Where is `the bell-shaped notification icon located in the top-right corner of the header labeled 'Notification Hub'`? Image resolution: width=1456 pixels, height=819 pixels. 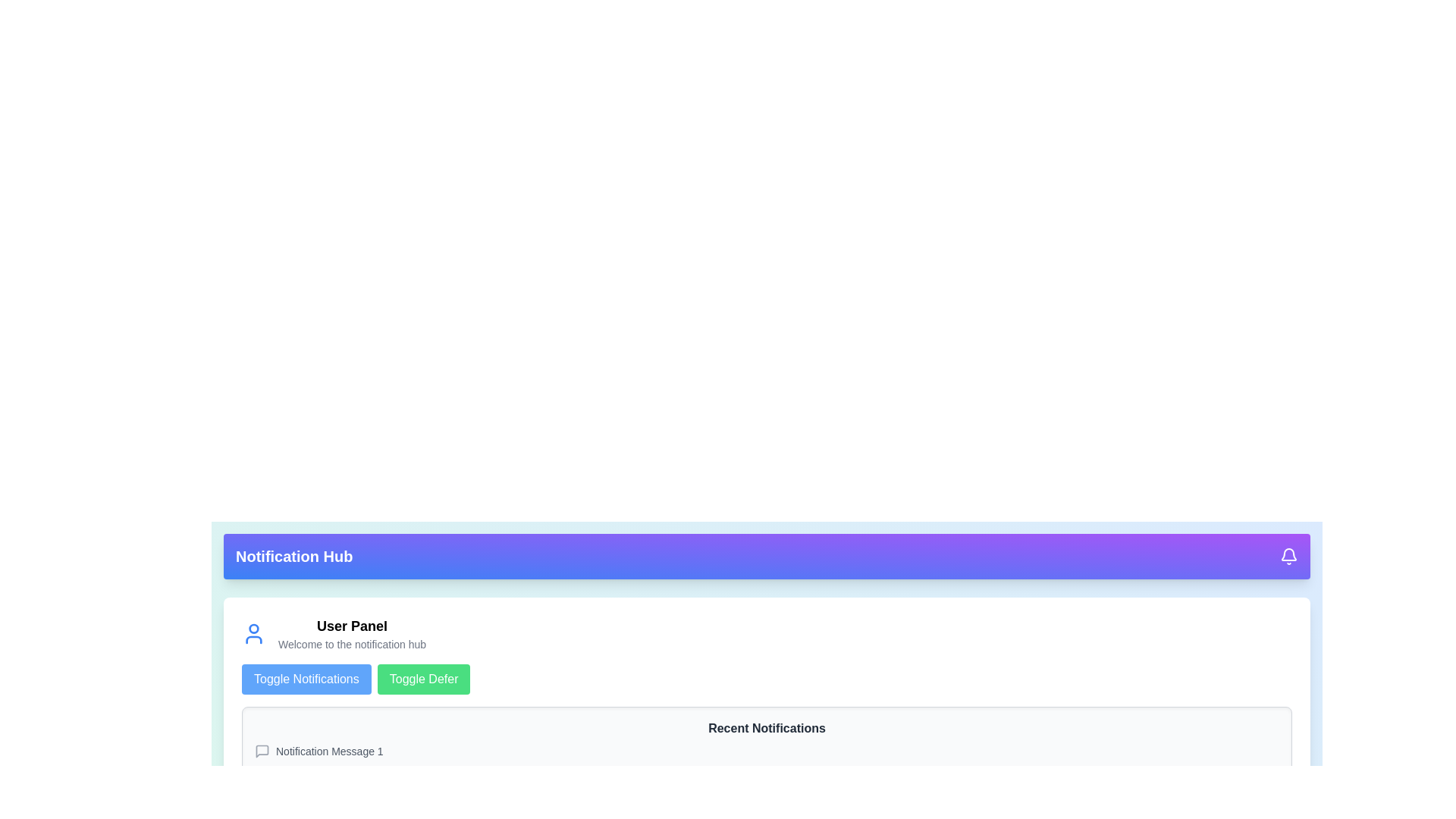
the bell-shaped notification icon located in the top-right corner of the header labeled 'Notification Hub' is located at coordinates (1288, 556).